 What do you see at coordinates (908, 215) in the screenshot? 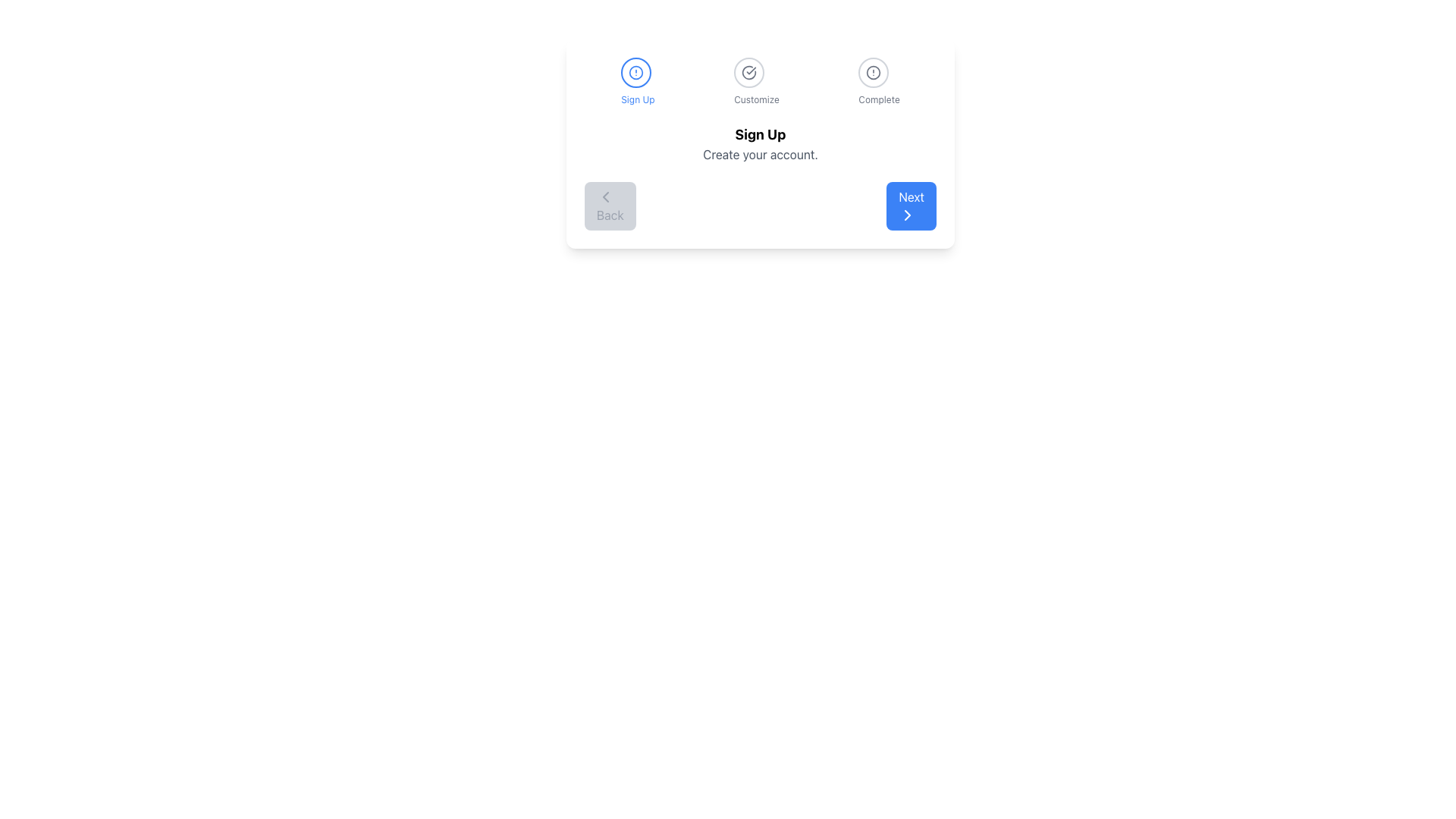
I see `the Chevron icon that serves as a forward navigation cue, located to the right of the 'Next' button` at bounding box center [908, 215].